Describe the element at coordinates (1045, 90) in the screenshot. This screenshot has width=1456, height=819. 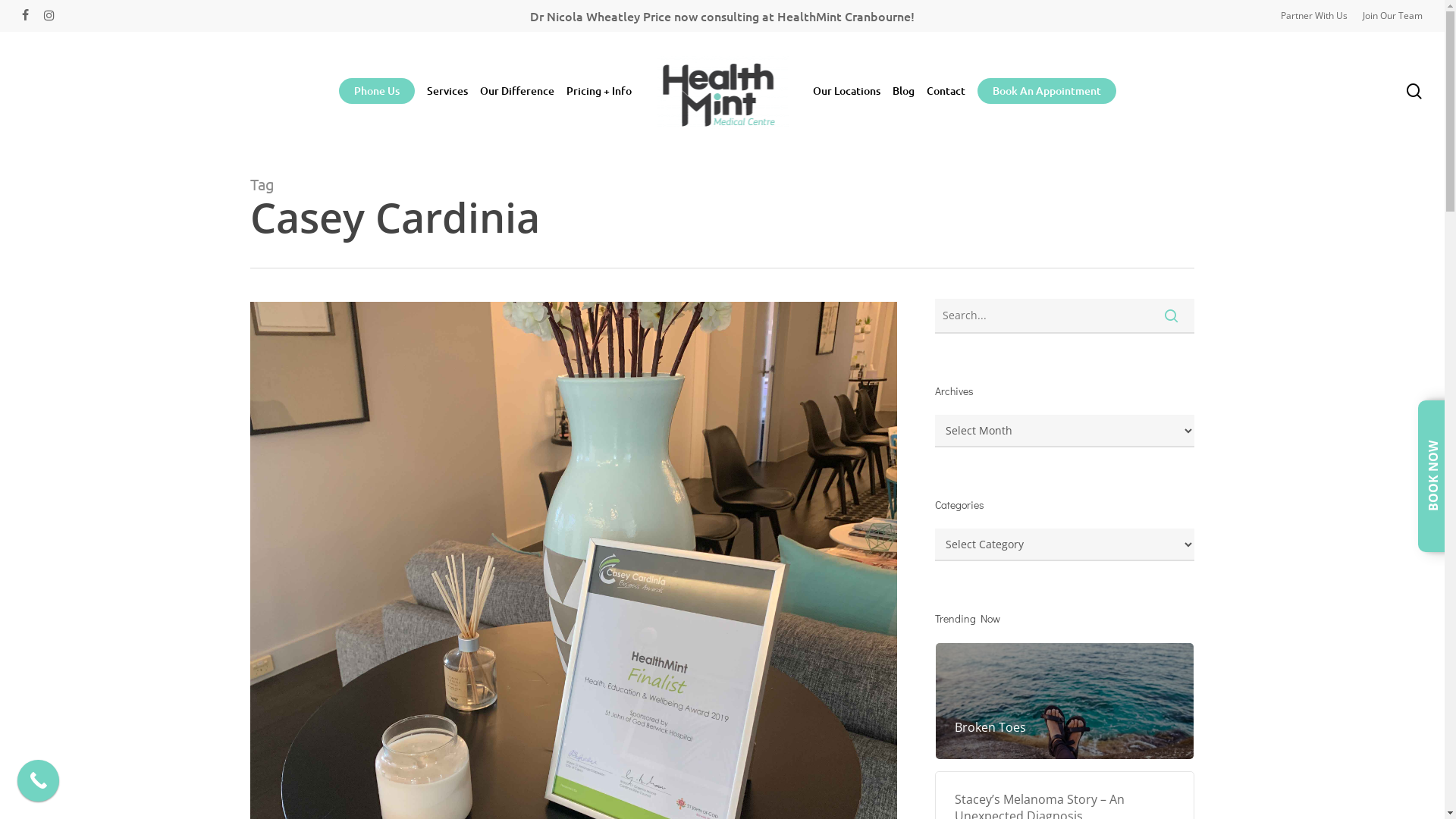
I see `'Book An Appointment'` at that location.